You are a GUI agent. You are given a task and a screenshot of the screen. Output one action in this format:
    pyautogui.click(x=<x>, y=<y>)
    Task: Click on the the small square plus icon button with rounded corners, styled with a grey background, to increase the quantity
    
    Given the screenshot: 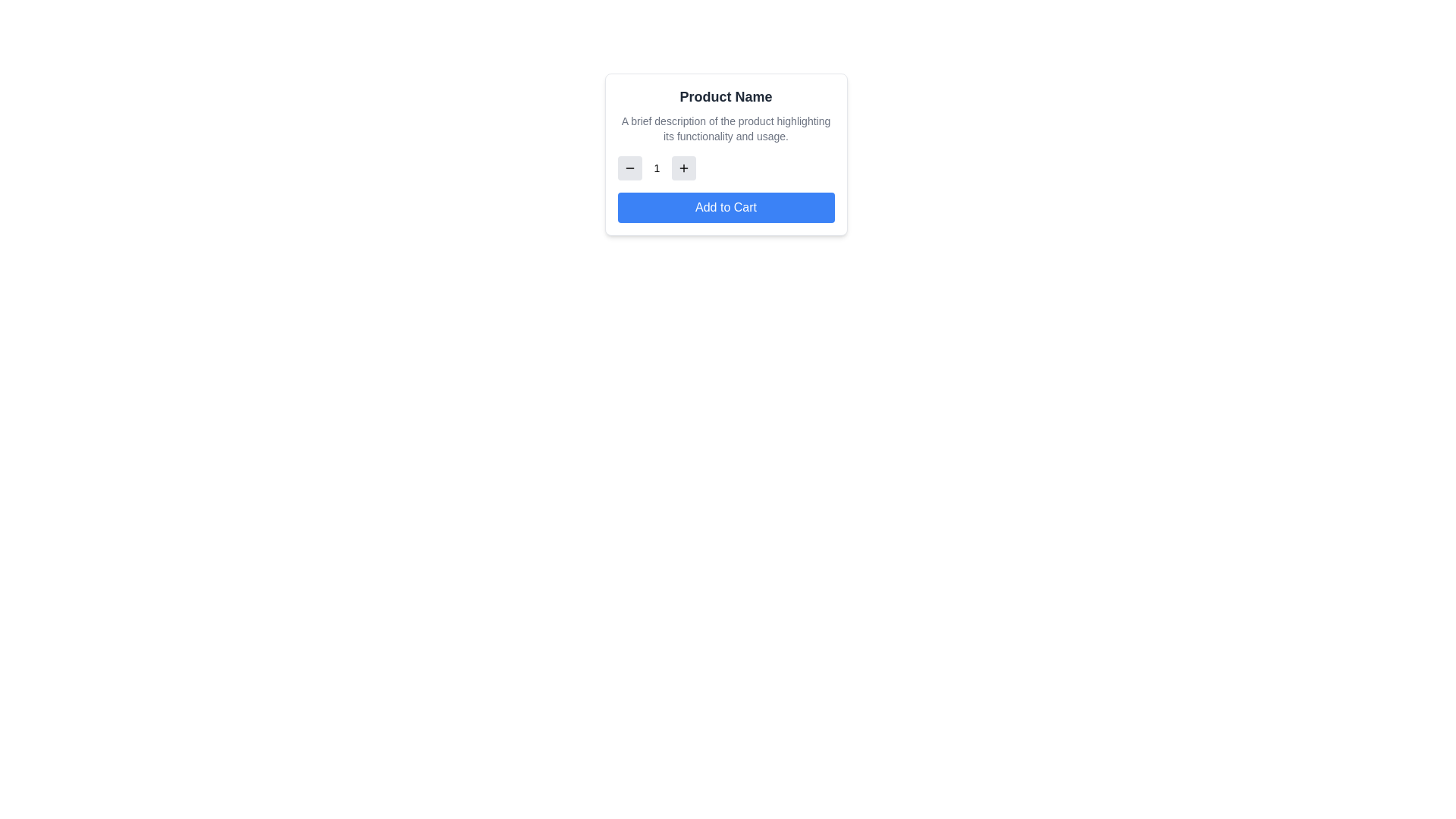 What is the action you would take?
    pyautogui.click(x=683, y=168)
    